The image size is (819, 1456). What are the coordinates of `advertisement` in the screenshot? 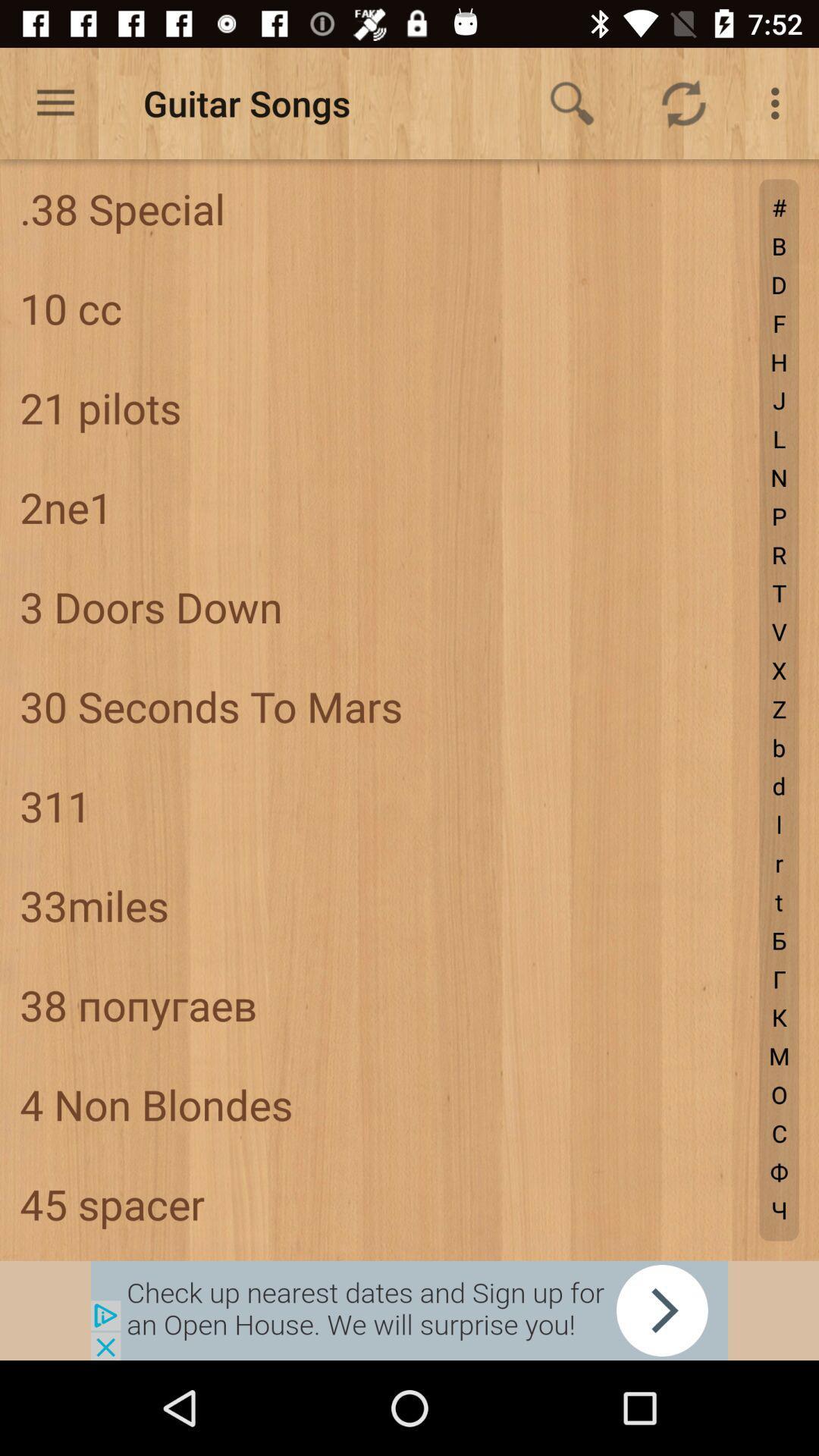 It's located at (409, 1310).